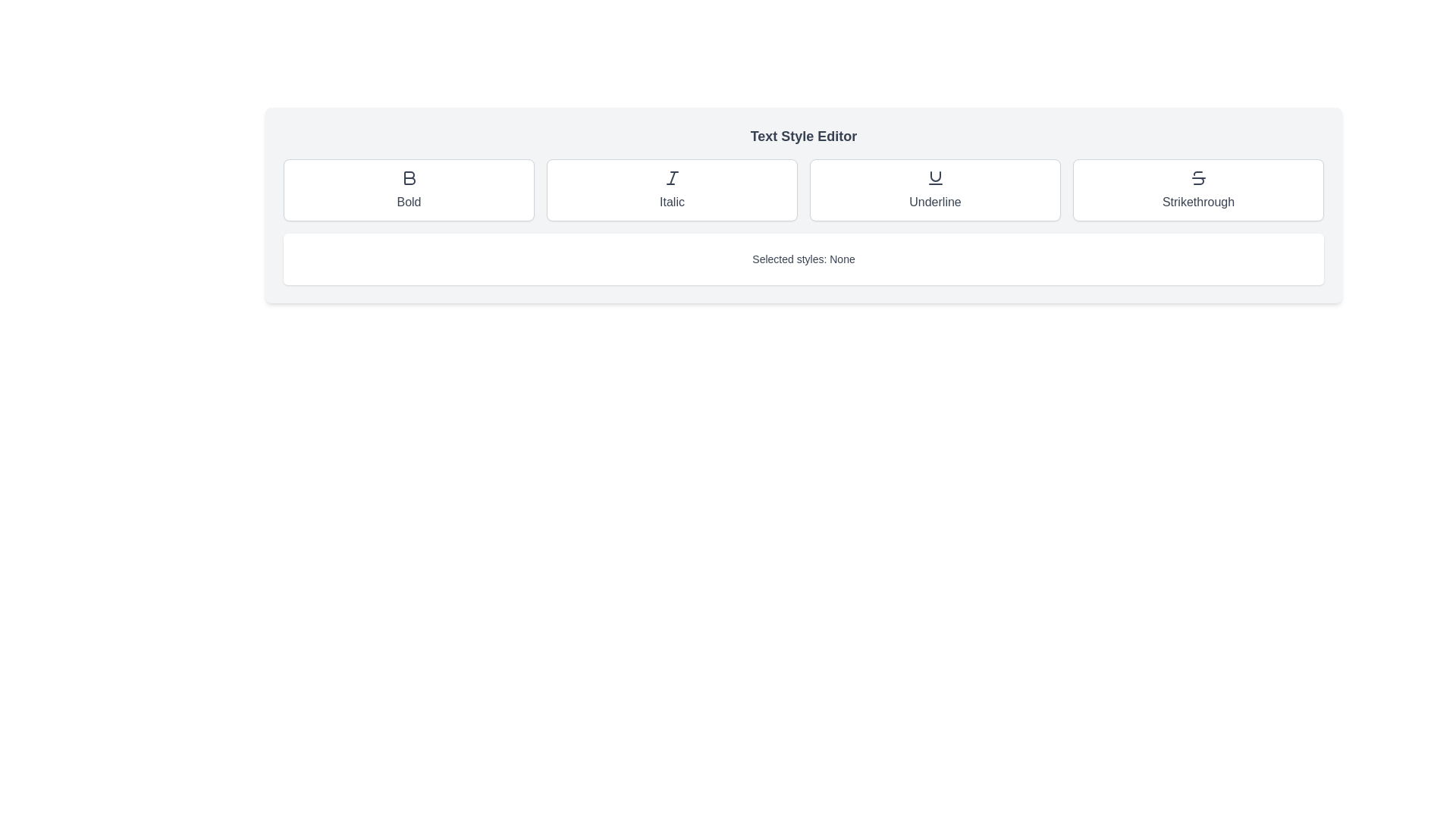 Image resolution: width=1456 pixels, height=819 pixels. I want to click on the 'Bold' button, which is the first button in a row of four style-option buttons, so click(409, 189).